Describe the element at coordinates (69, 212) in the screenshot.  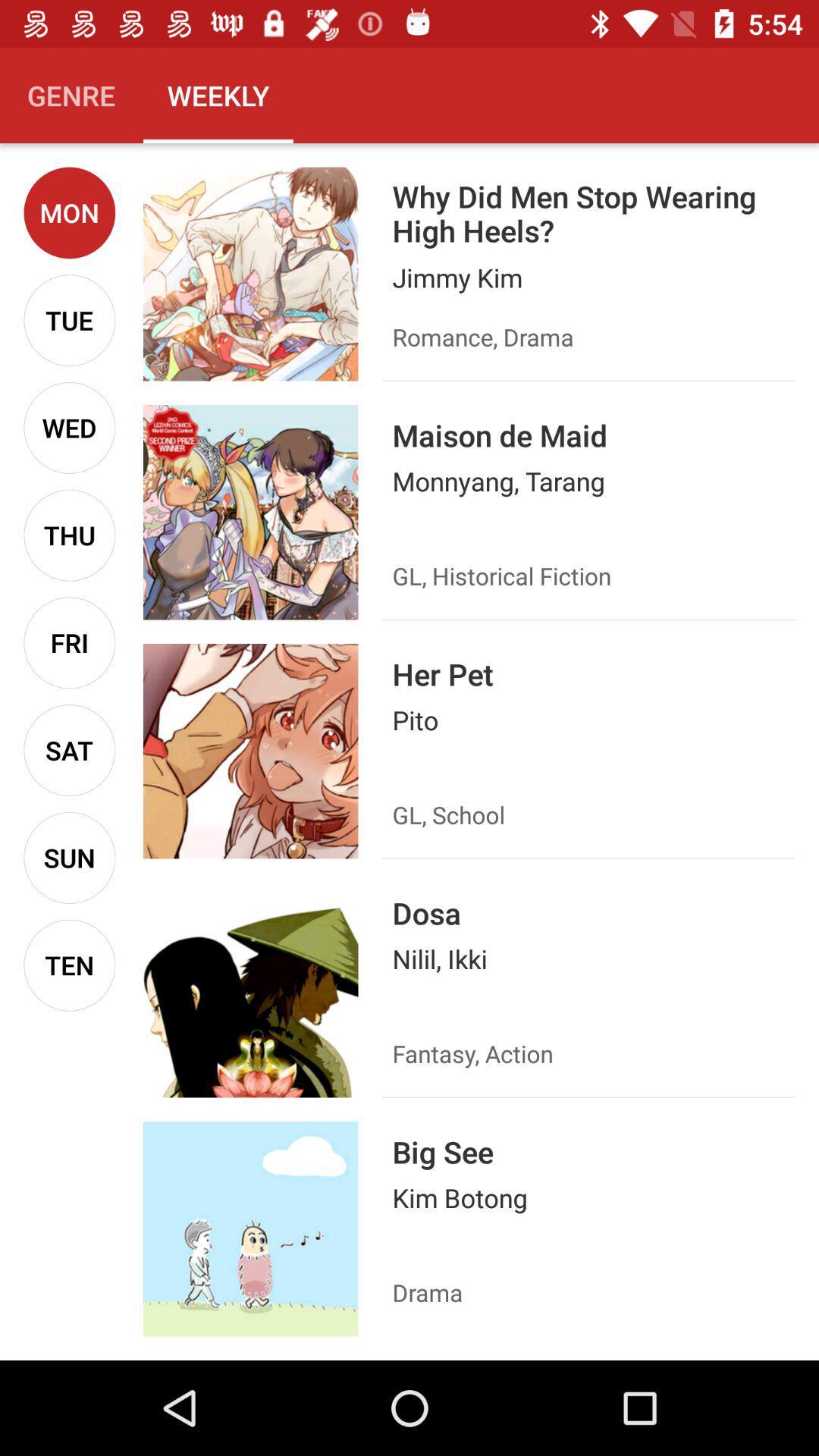
I see `mon` at that location.